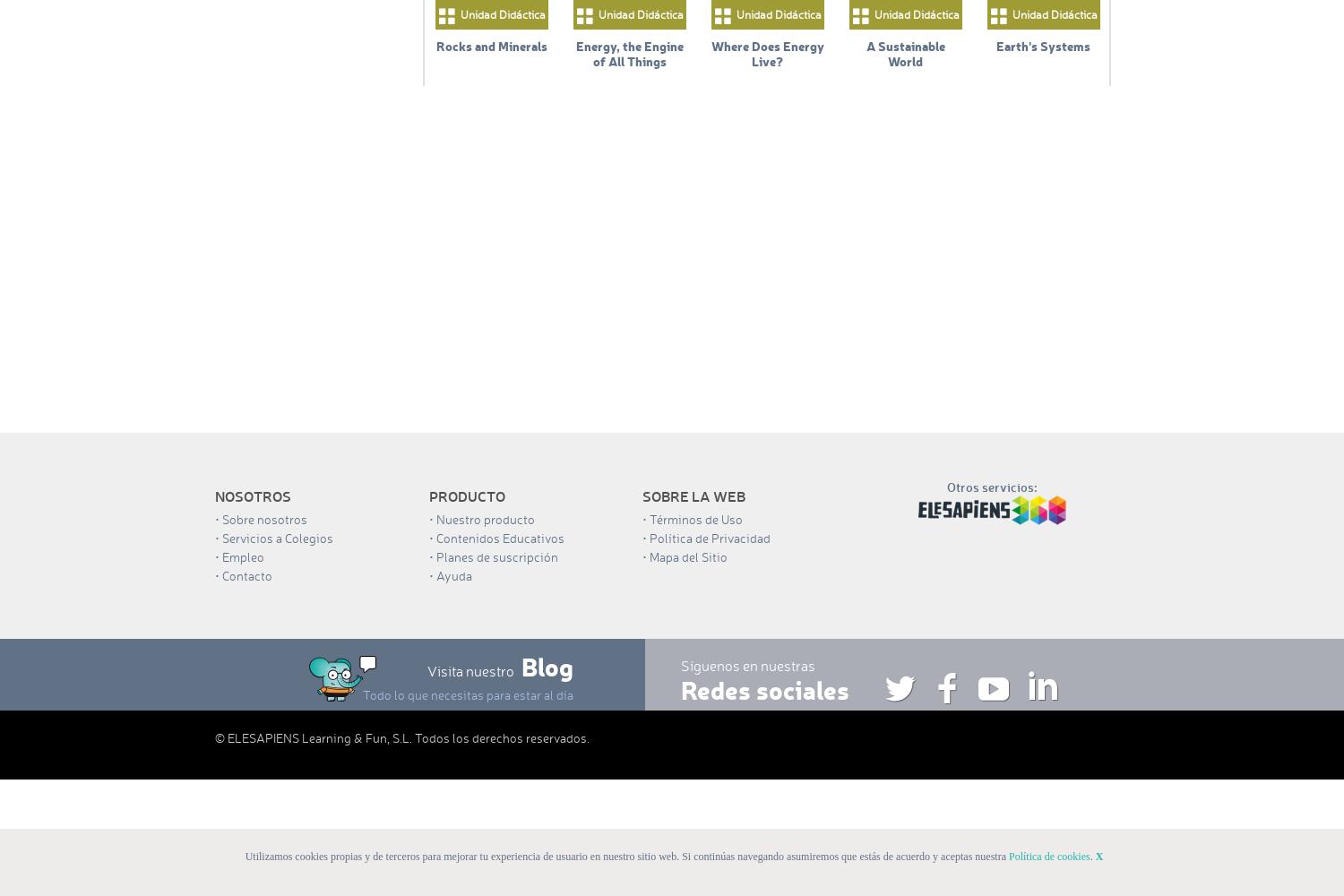 The width and height of the screenshot is (1344, 896). Describe the element at coordinates (747, 665) in the screenshot. I see `'Síguenos en nuestras'` at that location.